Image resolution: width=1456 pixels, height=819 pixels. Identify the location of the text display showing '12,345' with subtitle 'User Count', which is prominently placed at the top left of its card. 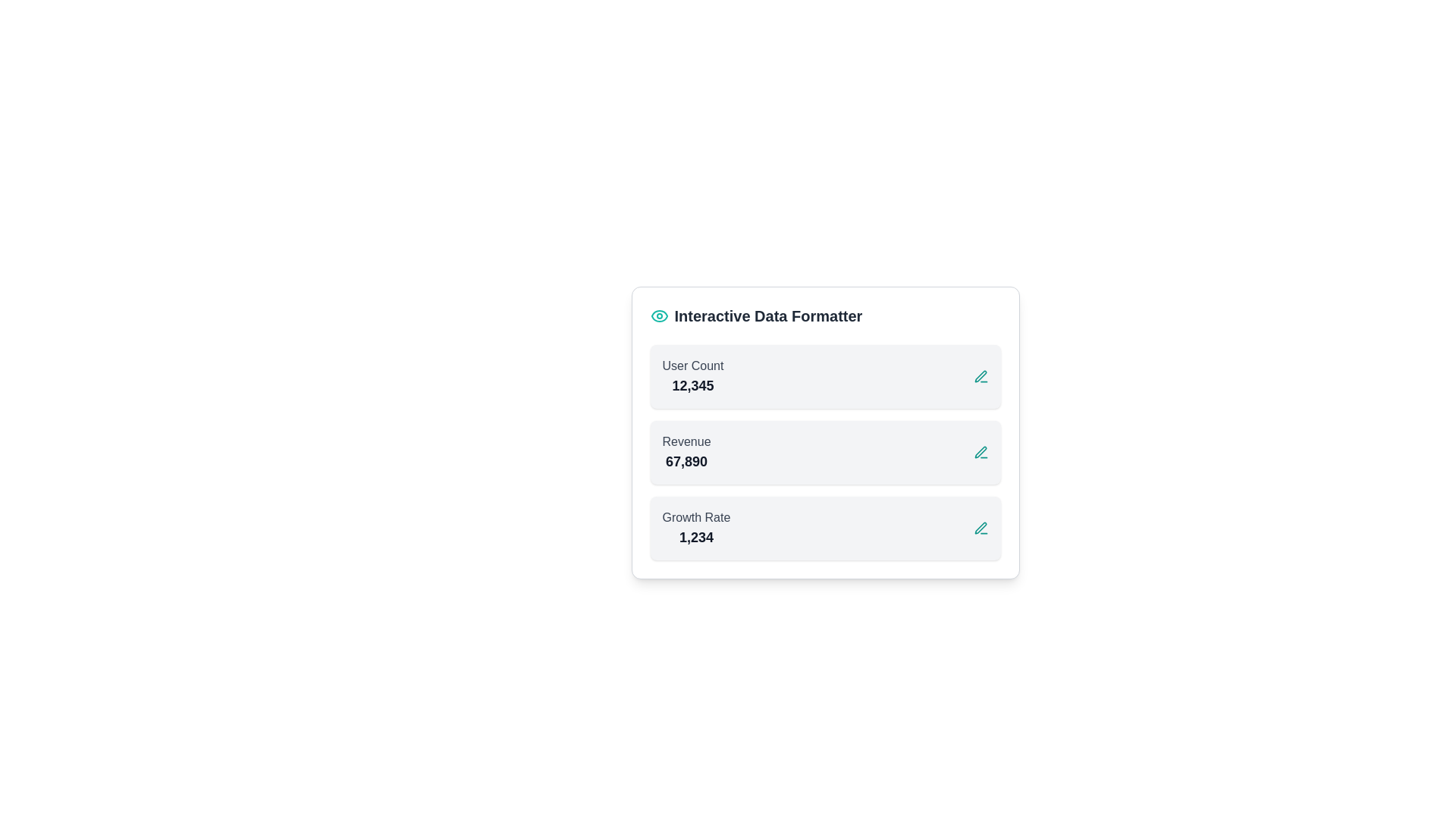
(692, 376).